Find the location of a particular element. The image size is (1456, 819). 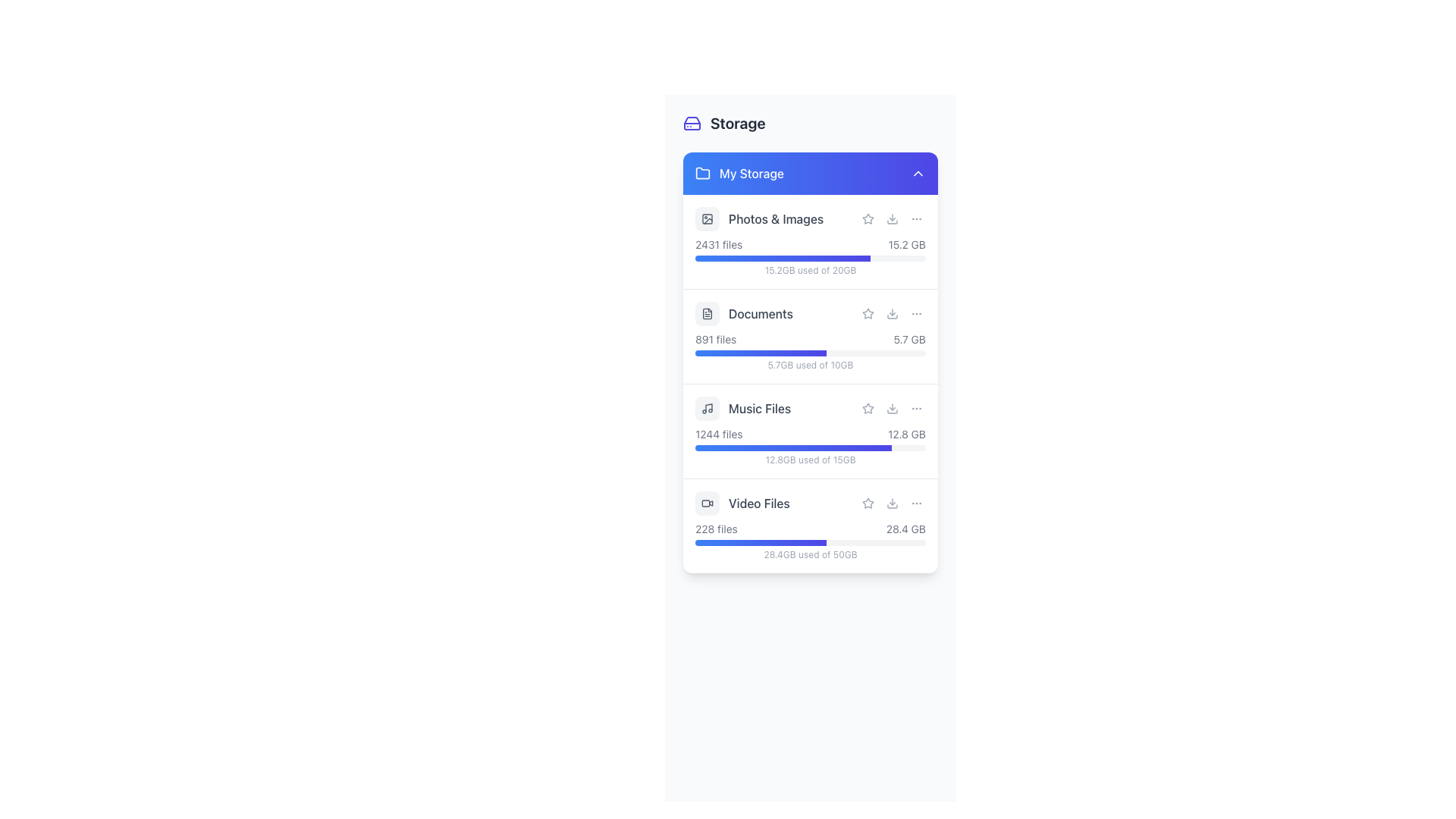

the text label indicating the total number of files in the 'Photos & Images' category within the storage summary interface is located at coordinates (718, 244).